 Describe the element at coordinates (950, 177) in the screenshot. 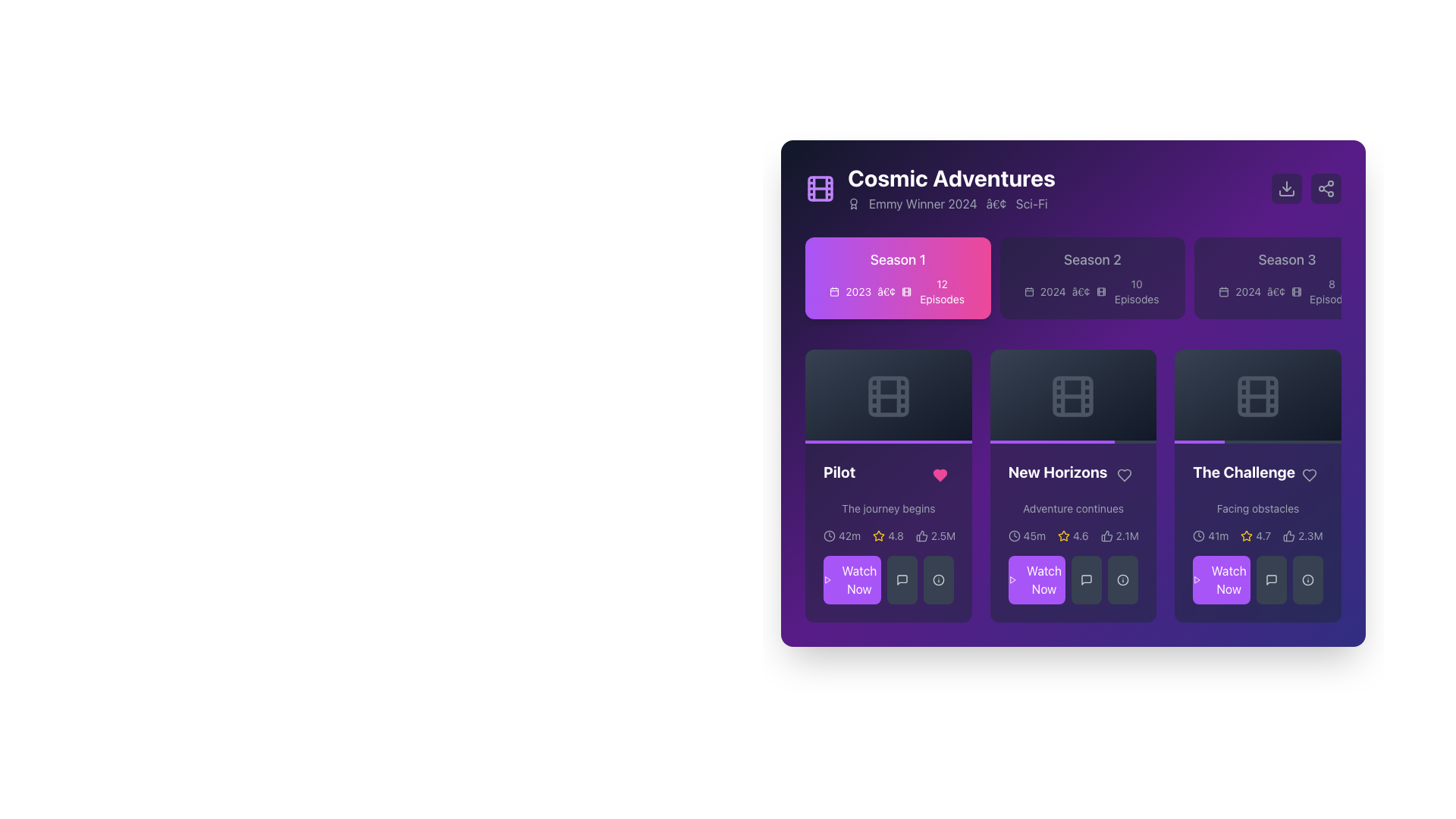

I see `the Text label that serves as the title or main heading for the content displayed on the user interface, located at the center-top region of the right panel, above the label 'Emmy Winner 2024 • Sci-Fi'` at that location.